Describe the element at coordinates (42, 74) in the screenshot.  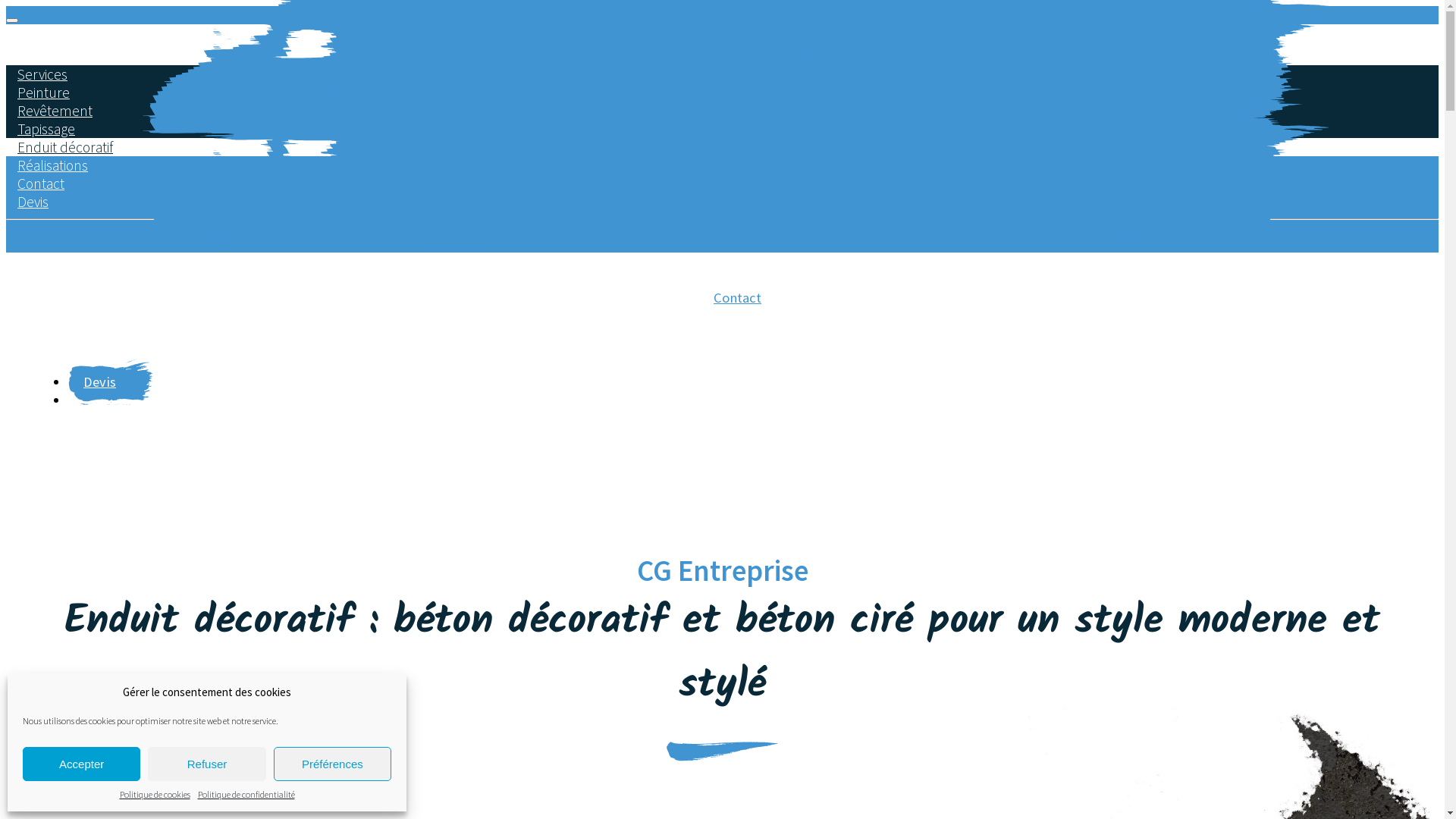
I see `'Services'` at that location.